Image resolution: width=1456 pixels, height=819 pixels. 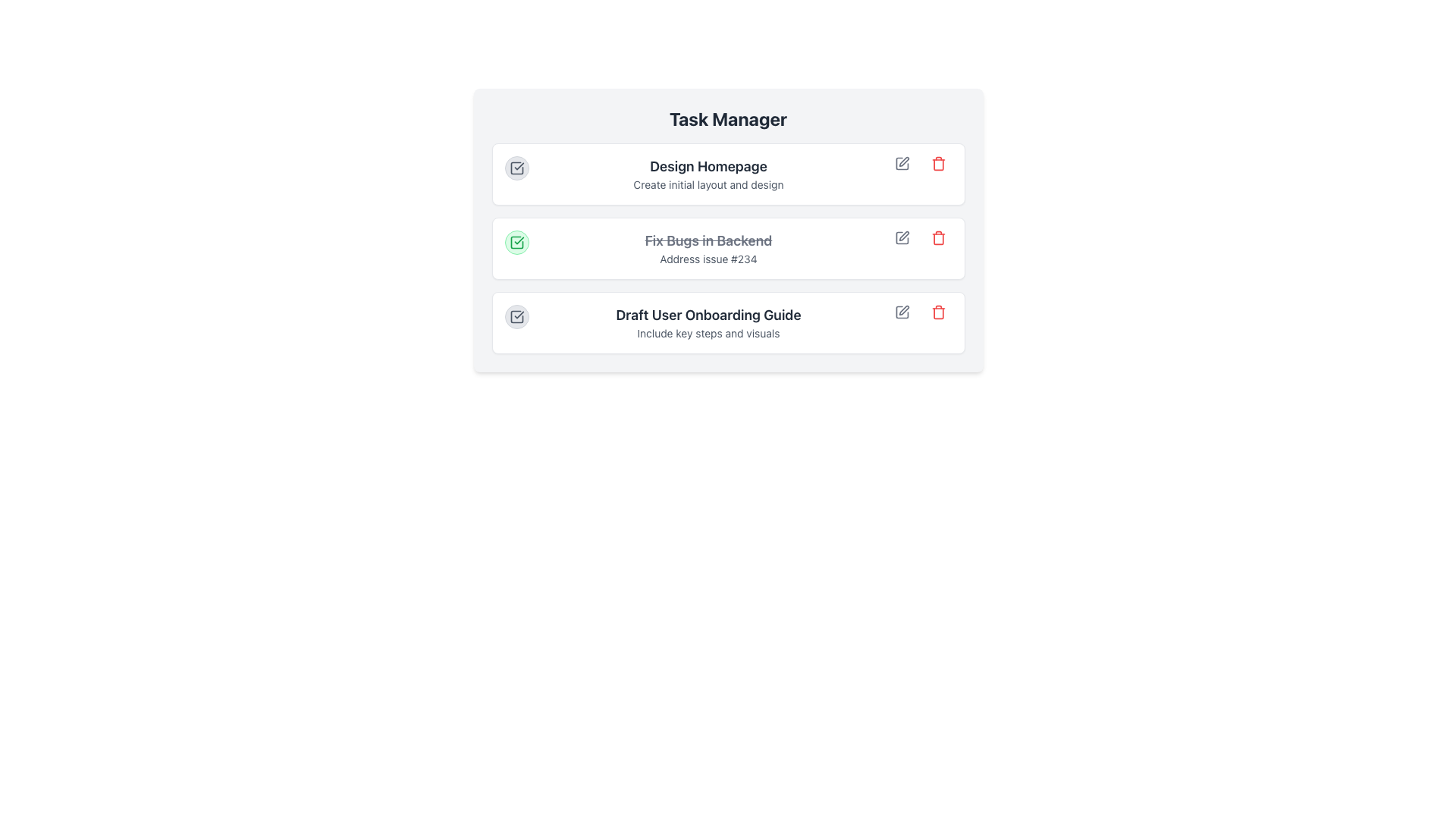 What do you see at coordinates (516, 315) in the screenshot?
I see `the non-interactive checkmark box icon located in the third row of task items, specifically in the leftmost column of status markers` at bounding box center [516, 315].